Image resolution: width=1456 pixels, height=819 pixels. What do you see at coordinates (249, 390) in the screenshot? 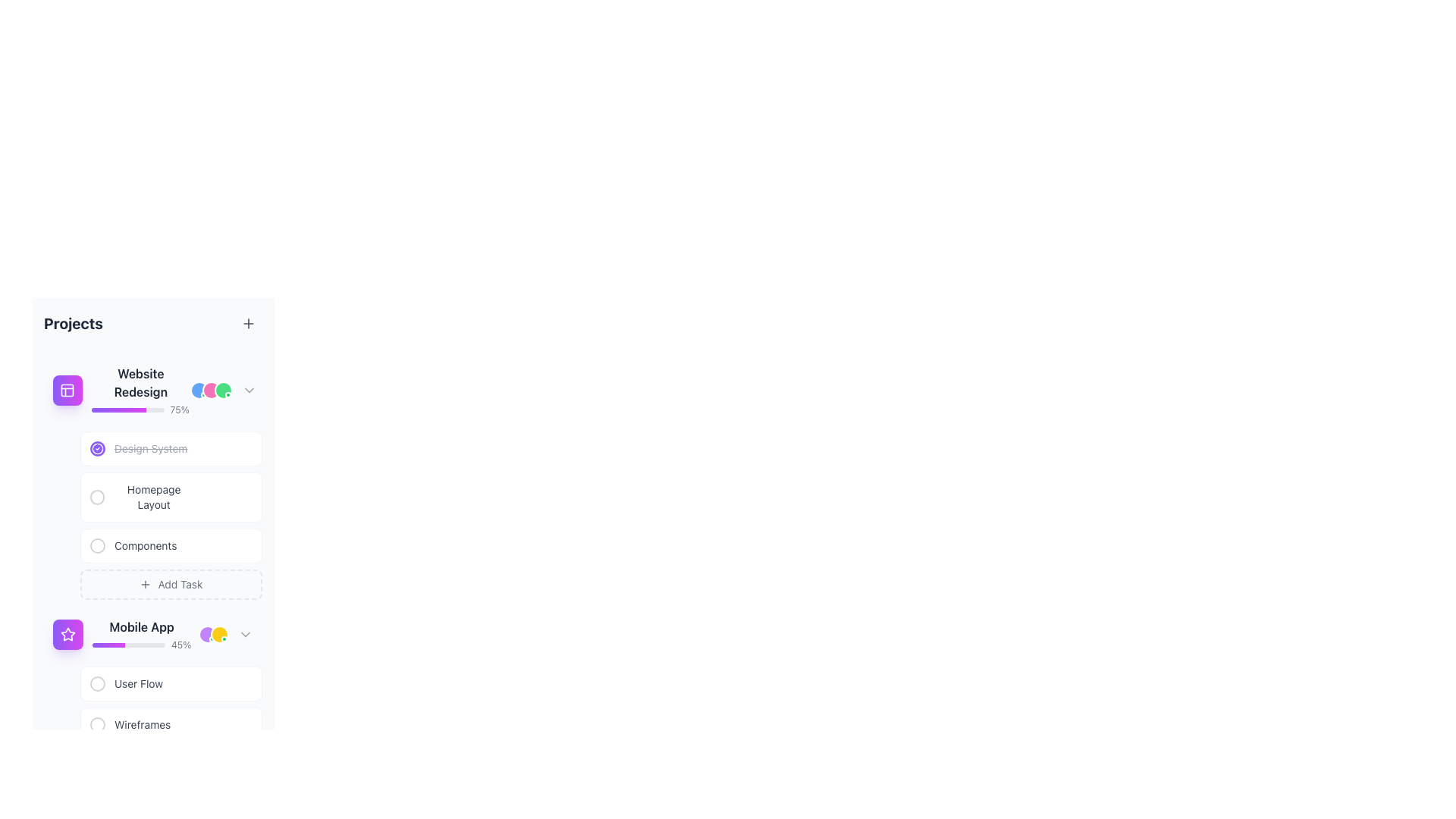
I see `the chevron icon located on the rightmost side of the 'Website Redesign' row in the 'Projects' panel` at bounding box center [249, 390].